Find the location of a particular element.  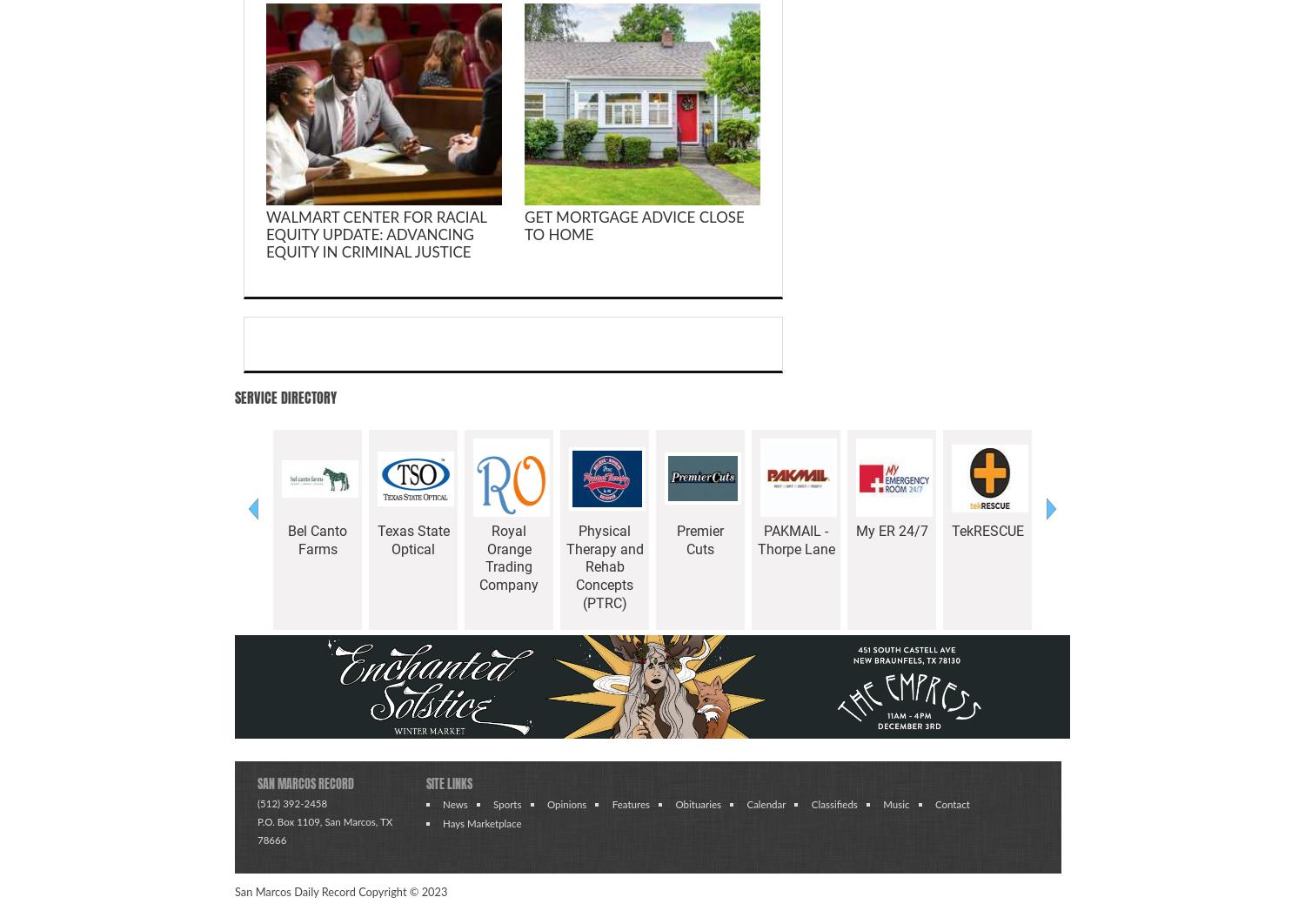

'TekRESCUE' is located at coordinates (987, 530).